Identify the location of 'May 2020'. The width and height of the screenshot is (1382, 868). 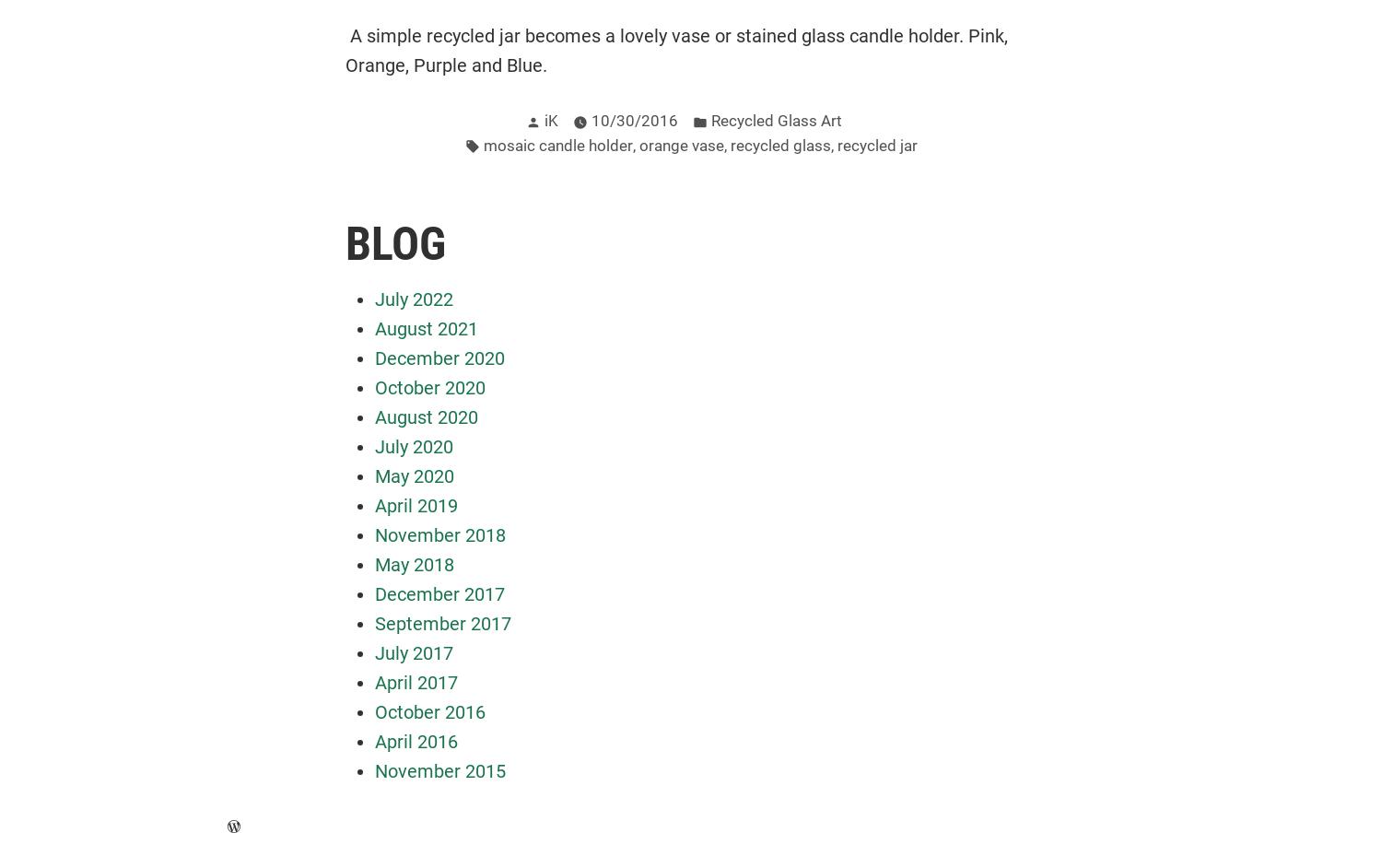
(414, 475).